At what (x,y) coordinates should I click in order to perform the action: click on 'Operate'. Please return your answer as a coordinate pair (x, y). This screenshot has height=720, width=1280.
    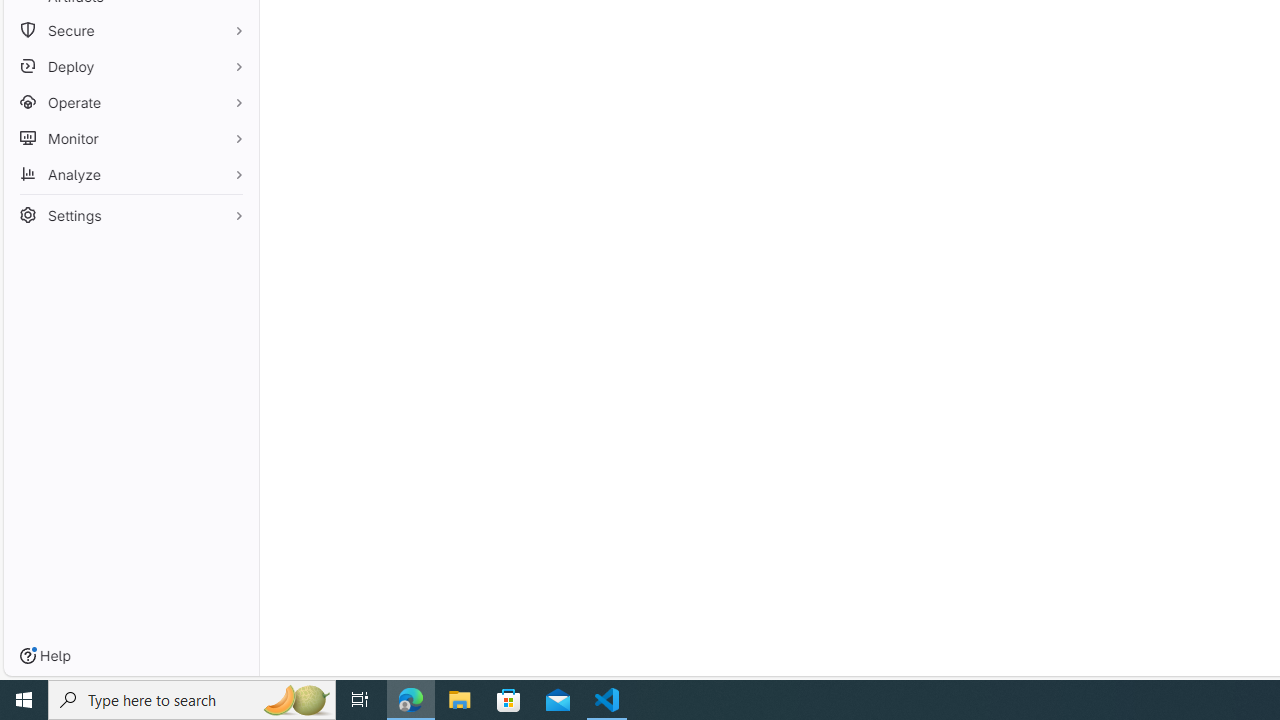
    Looking at the image, I should click on (130, 102).